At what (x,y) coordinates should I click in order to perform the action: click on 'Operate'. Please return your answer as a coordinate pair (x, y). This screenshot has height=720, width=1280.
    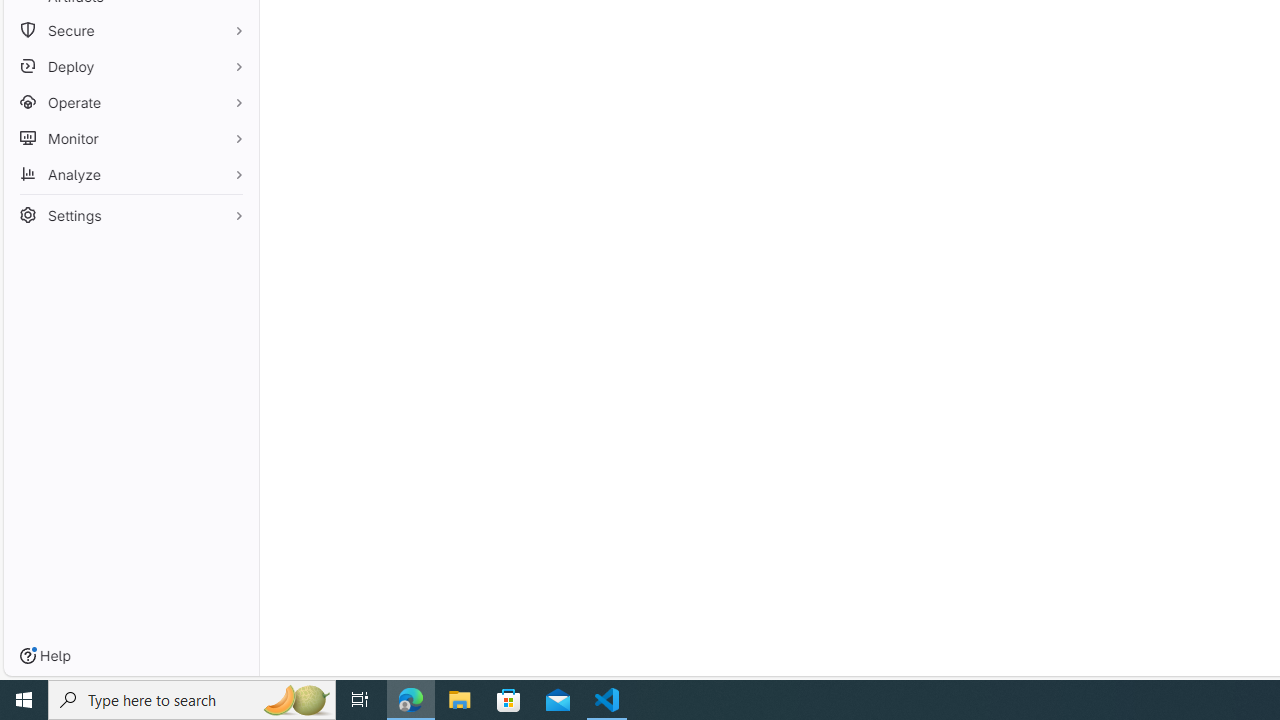
    Looking at the image, I should click on (130, 102).